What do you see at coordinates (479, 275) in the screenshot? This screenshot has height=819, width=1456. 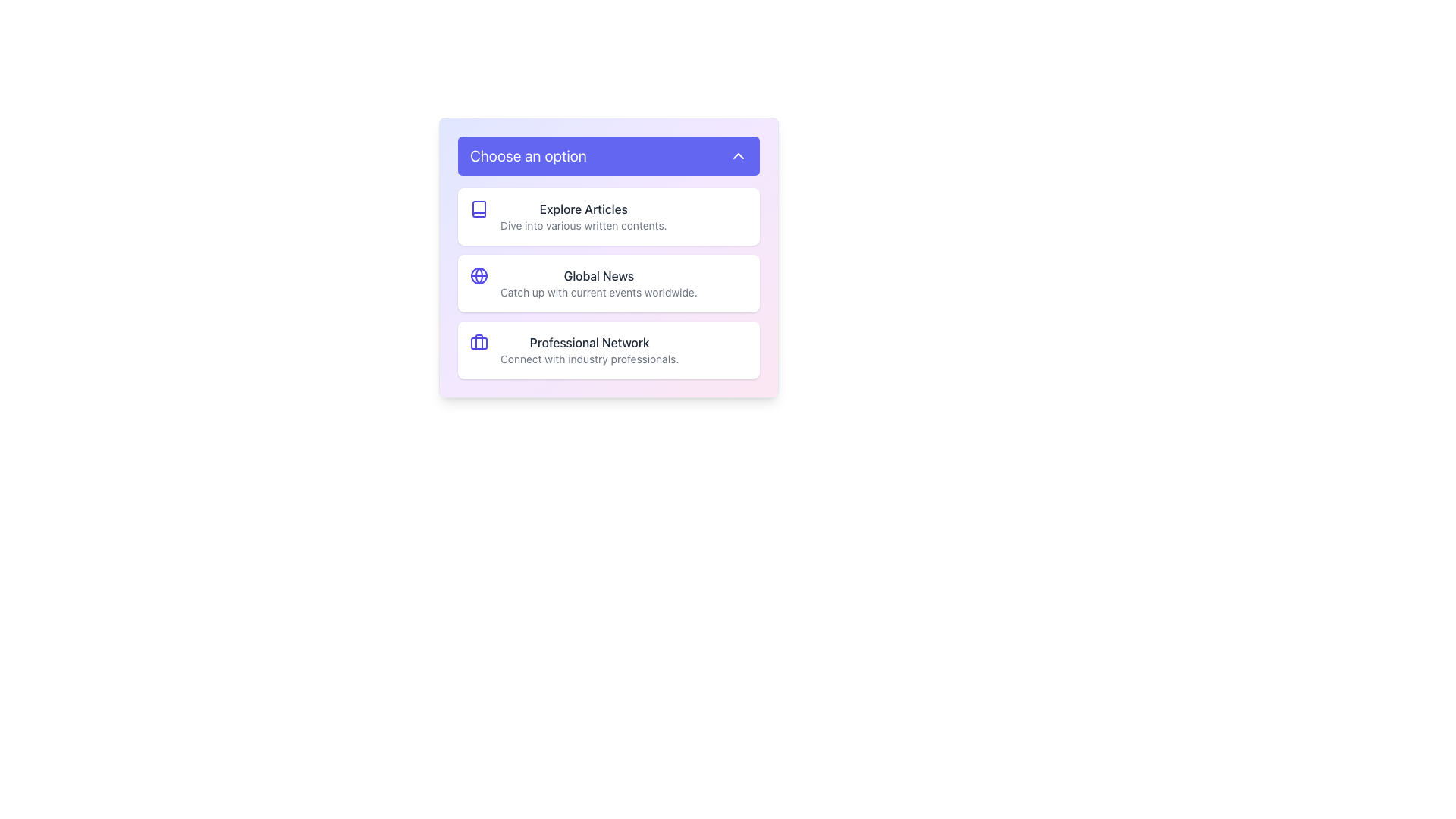 I see `the globe icon, which is the leftmost icon in the 'Global News' option, located centrally in the second row of the menu` at bounding box center [479, 275].